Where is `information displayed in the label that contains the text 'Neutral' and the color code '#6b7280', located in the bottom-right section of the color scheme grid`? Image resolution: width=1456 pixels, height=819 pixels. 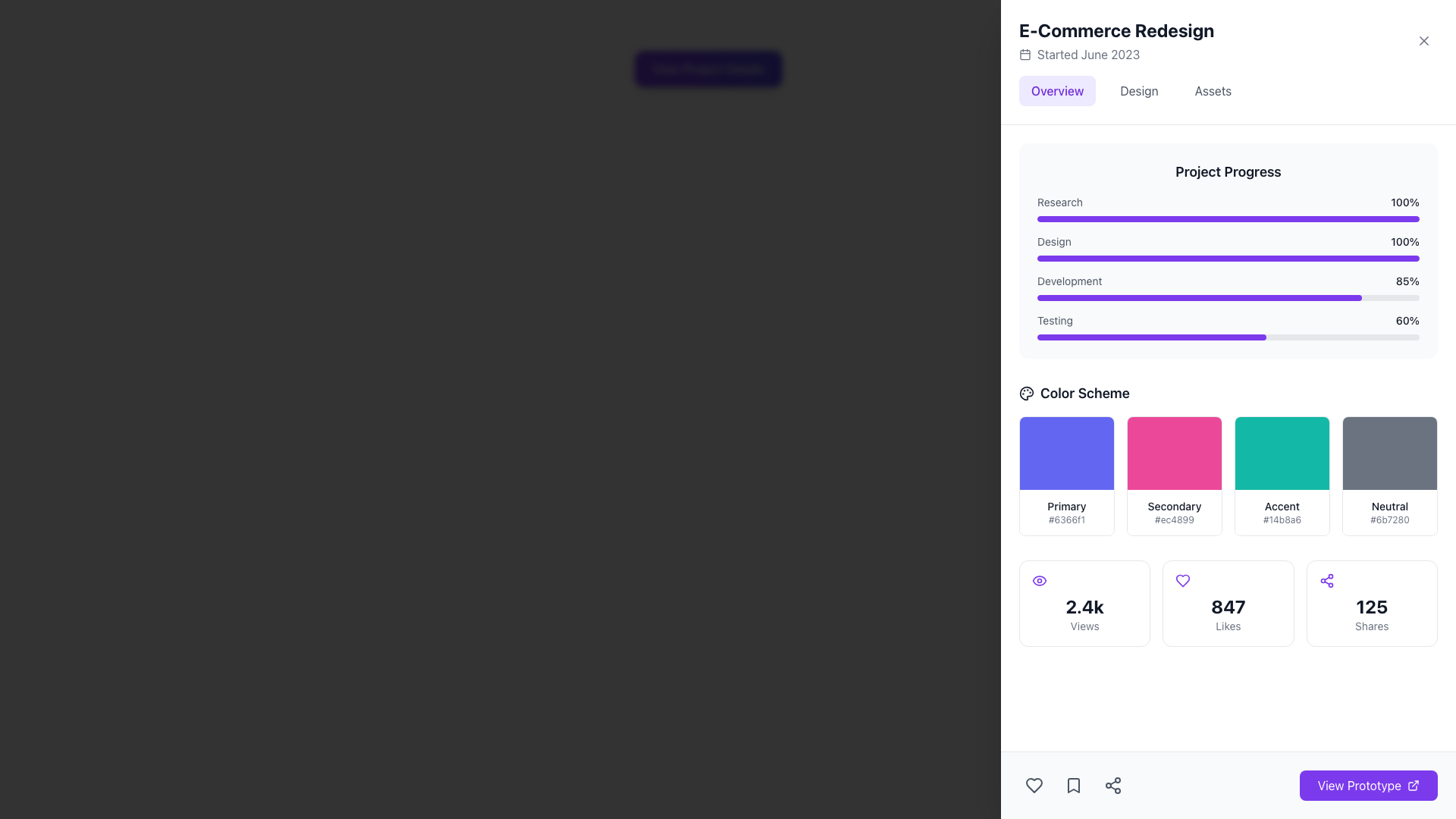
information displayed in the label that contains the text 'Neutral' and the color code '#6b7280', located in the bottom-right section of the color scheme grid is located at coordinates (1390, 512).